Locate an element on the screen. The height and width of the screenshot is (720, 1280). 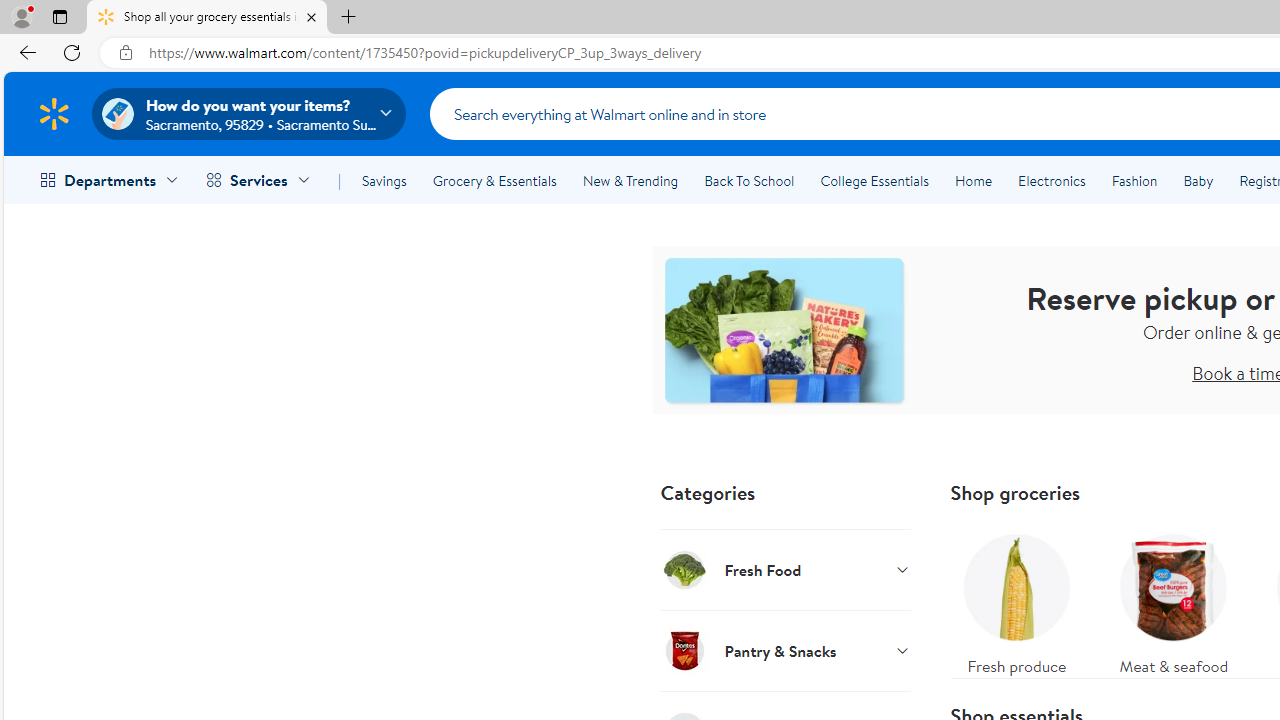
'Baby' is located at coordinates (1198, 181).